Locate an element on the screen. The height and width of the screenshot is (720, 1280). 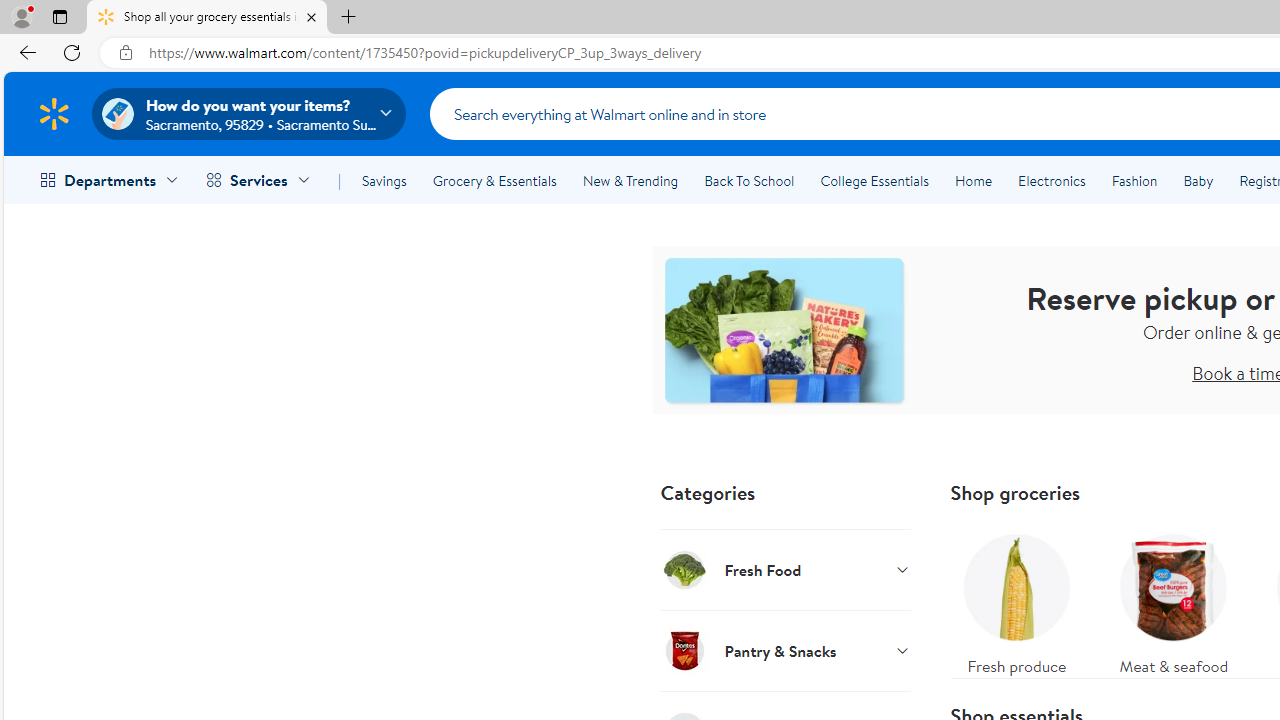
'Baby' is located at coordinates (1198, 181).